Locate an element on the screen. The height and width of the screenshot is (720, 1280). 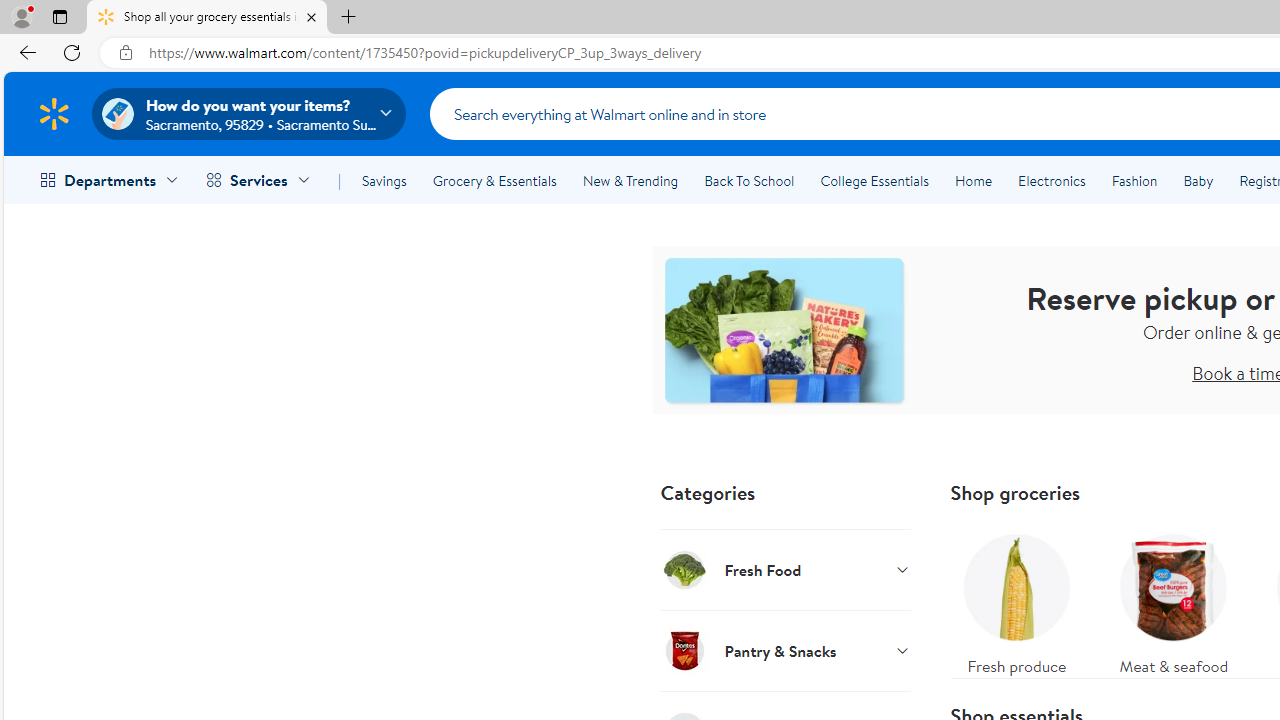
'Baby' is located at coordinates (1198, 181).